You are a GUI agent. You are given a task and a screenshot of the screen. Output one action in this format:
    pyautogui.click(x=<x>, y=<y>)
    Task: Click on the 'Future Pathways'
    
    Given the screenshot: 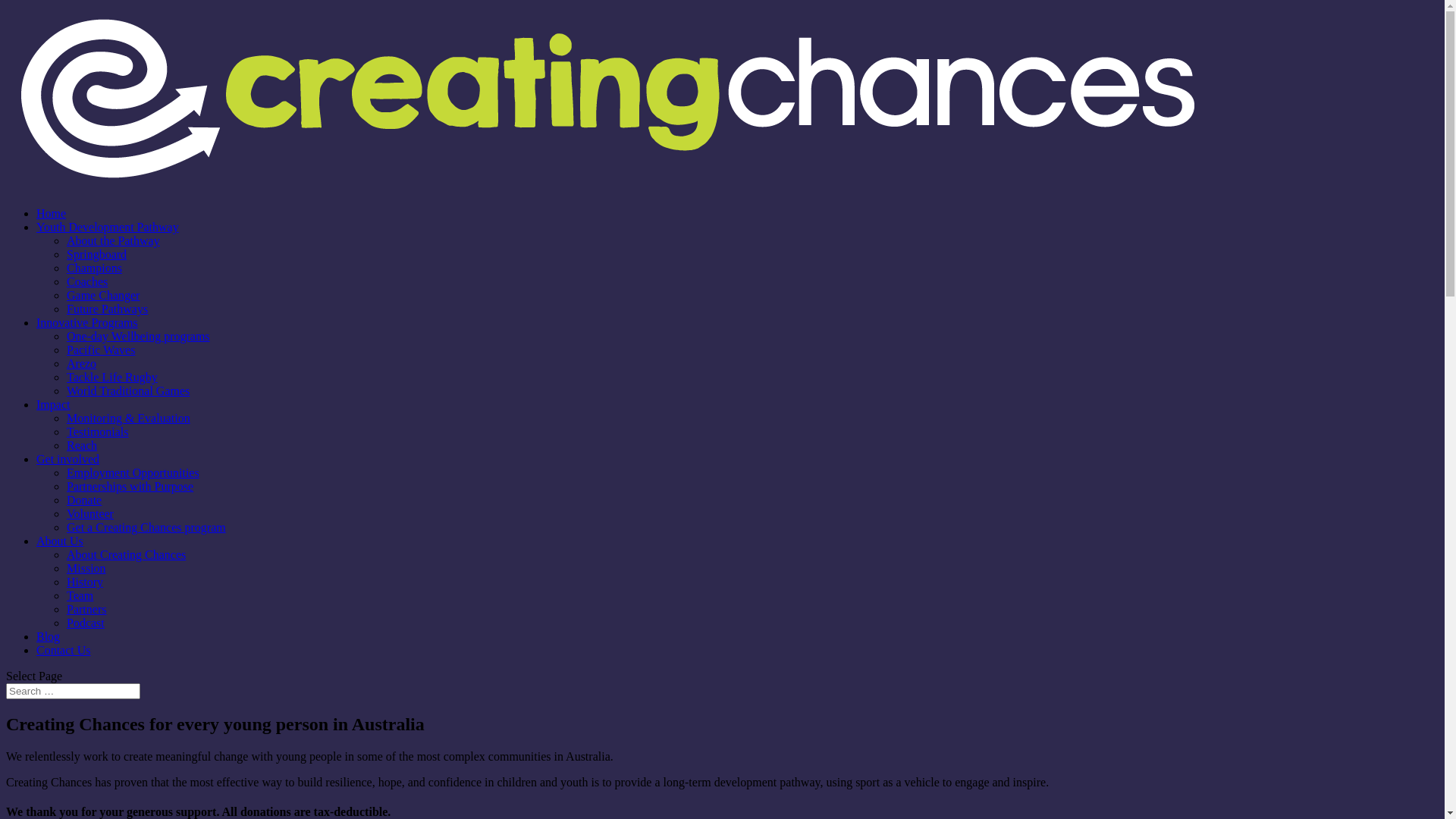 What is the action you would take?
    pyautogui.click(x=65, y=308)
    